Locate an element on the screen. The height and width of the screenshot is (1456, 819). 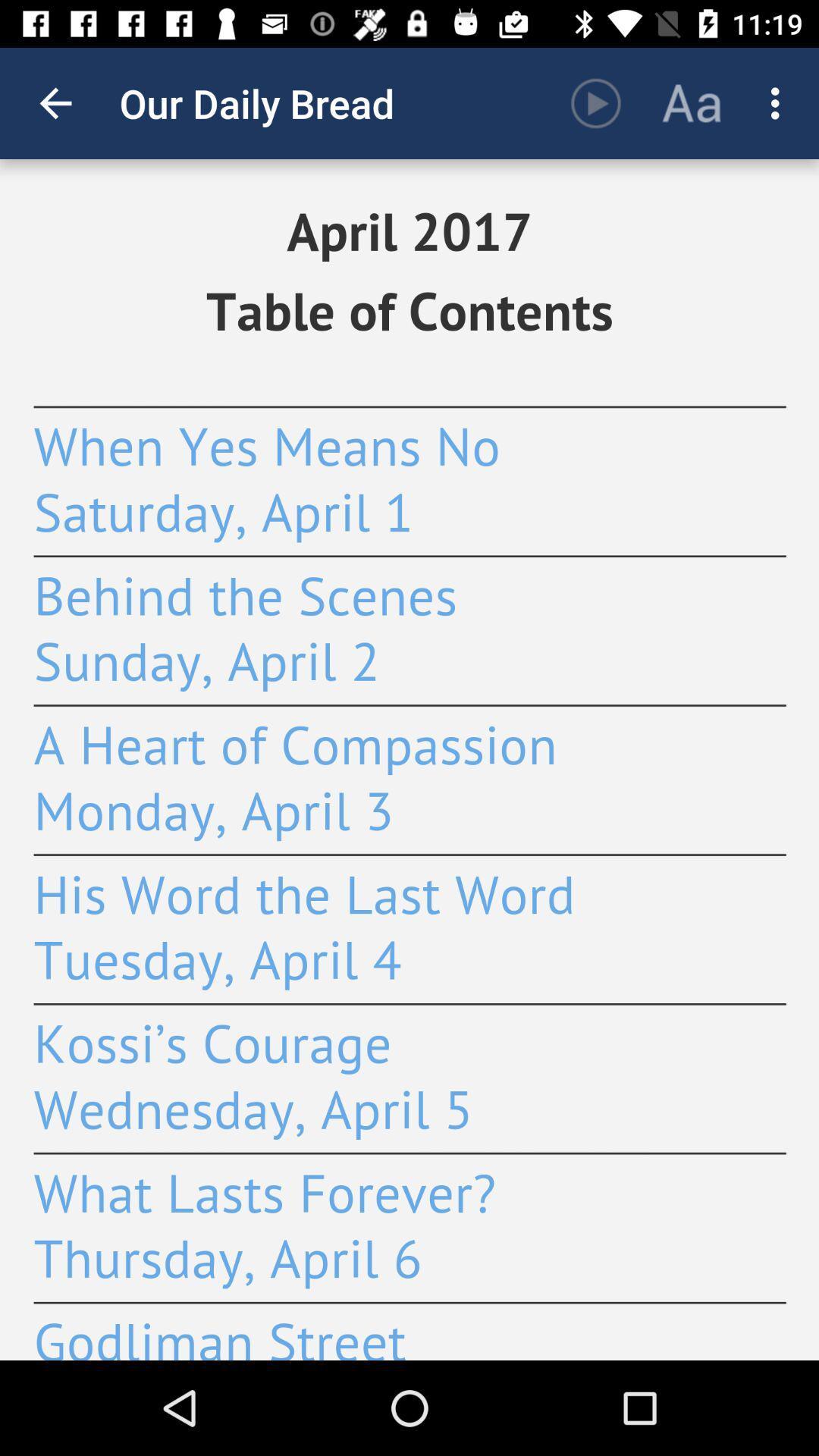
the icon next to the our daily bread item is located at coordinates (55, 102).